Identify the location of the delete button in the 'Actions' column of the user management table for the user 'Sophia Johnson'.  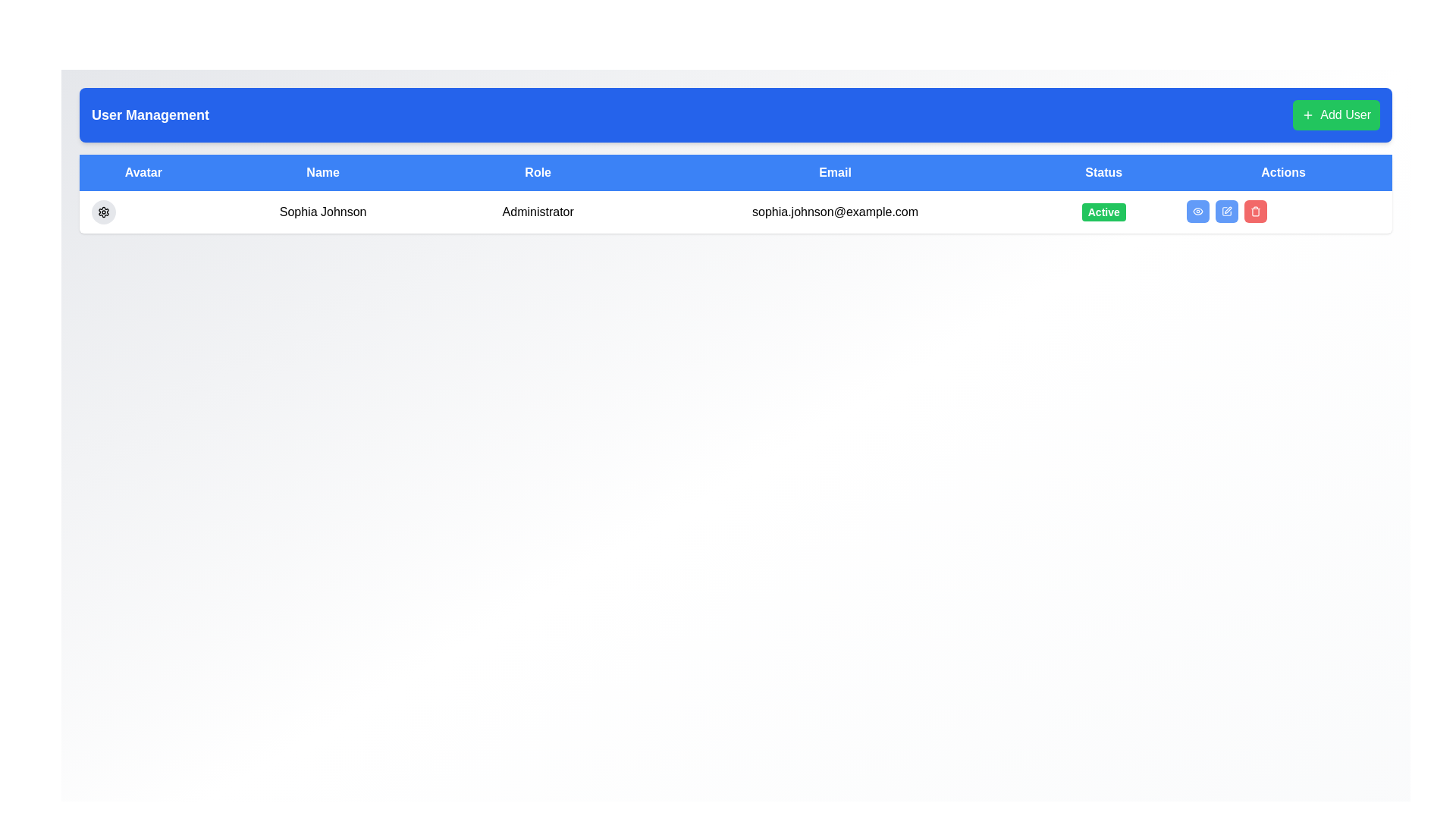
(1256, 211).